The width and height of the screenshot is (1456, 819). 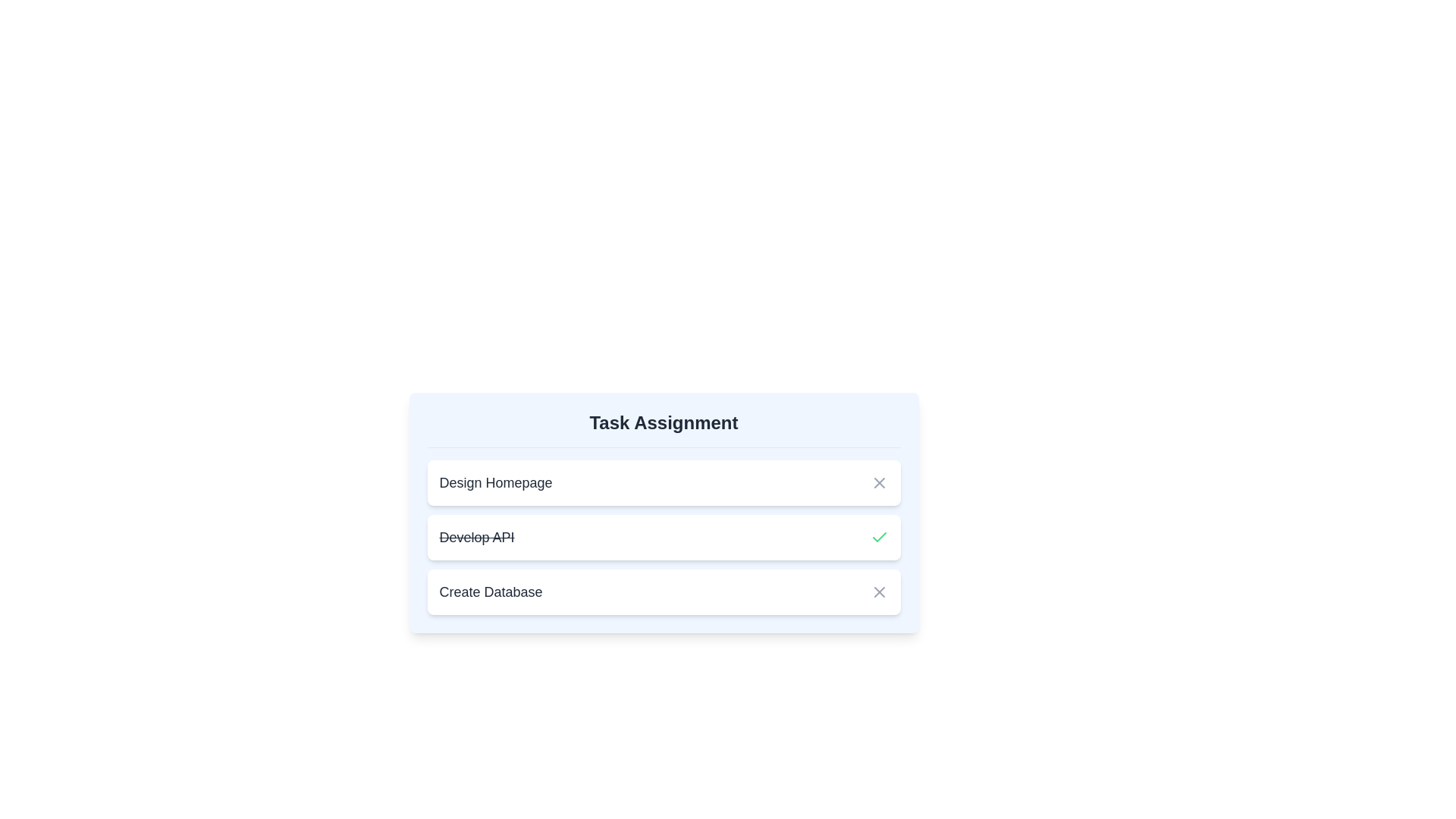 What do you see at coordinates (879, 591) in the screenshot?
I see `the 'X' icon located to the far right of the 'Create Database' task row` at bounding box center [879, 591].